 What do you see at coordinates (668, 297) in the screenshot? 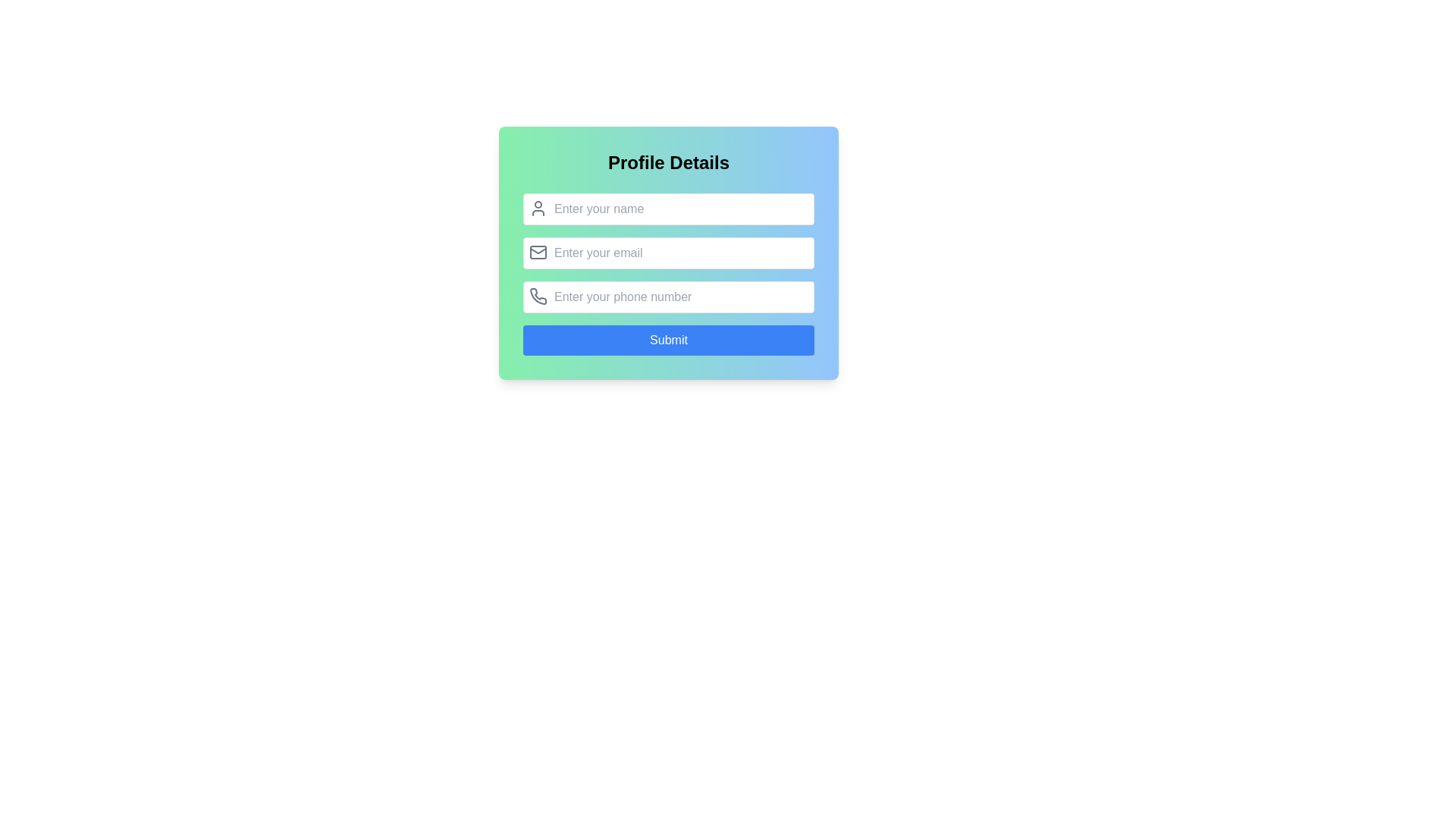
I see `the phone number input field` at bounding box center [668, 297].